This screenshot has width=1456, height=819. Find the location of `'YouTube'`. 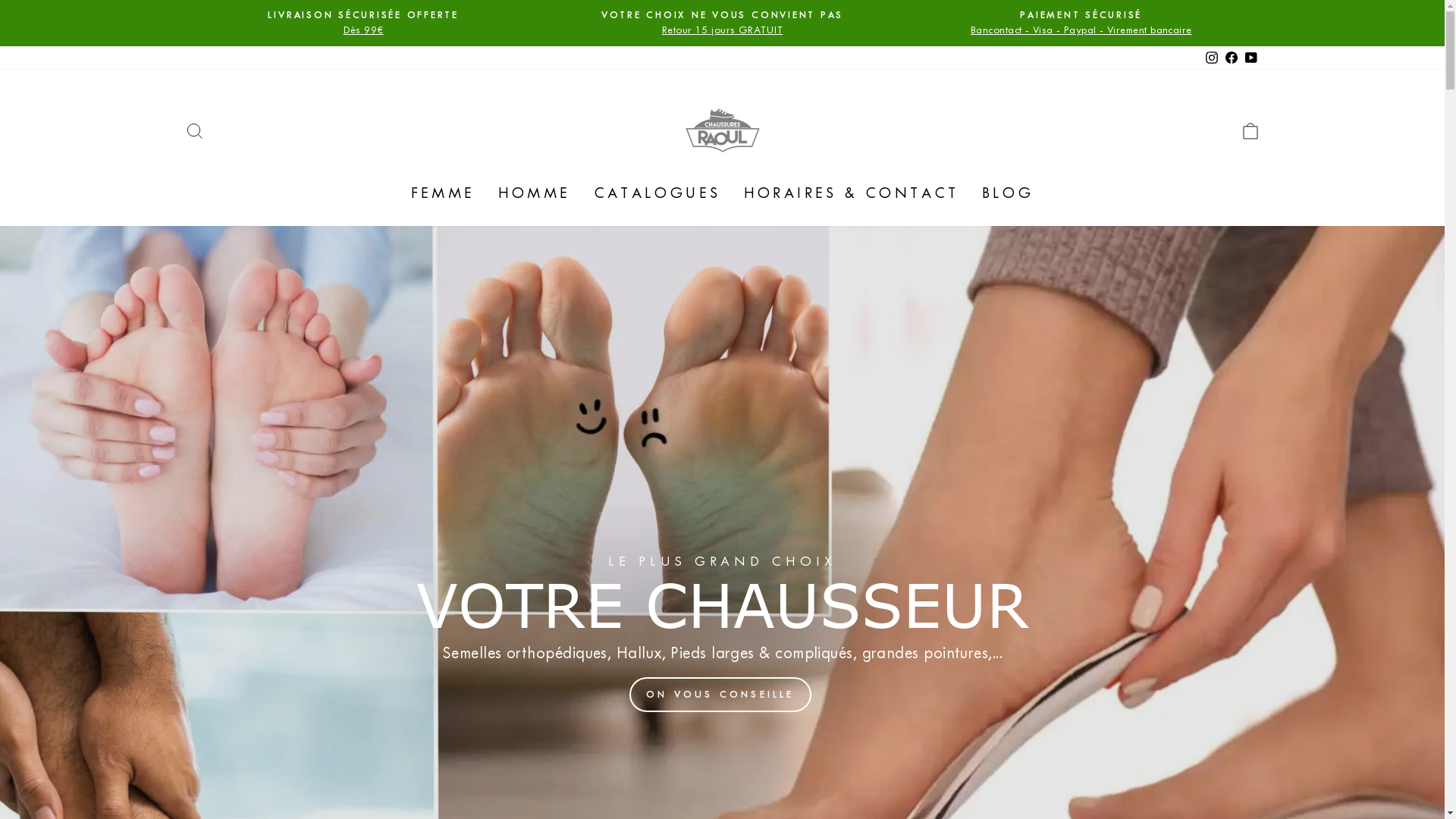

'YouTube' is located at coordinates (1250, 57).